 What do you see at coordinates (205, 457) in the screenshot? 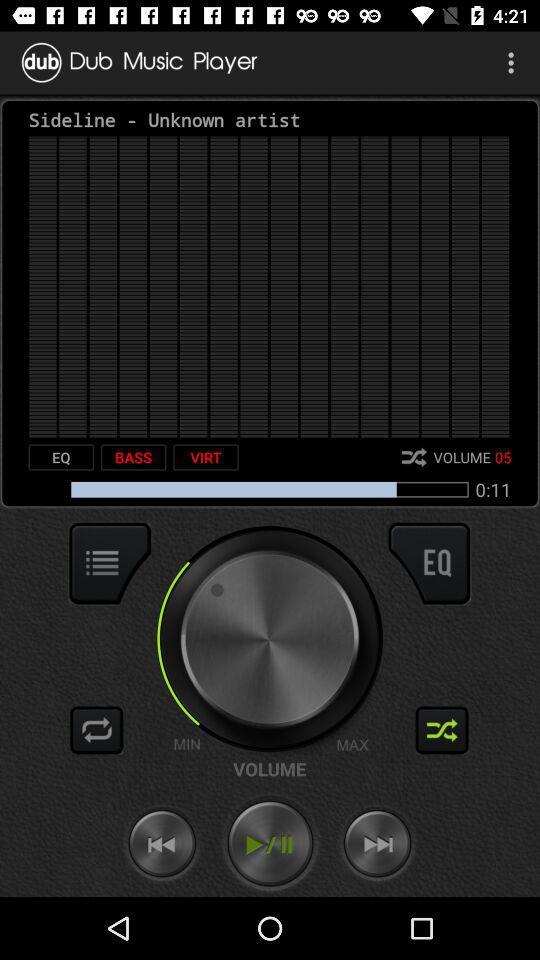
I see `virt` at bounding box center [205, 457].